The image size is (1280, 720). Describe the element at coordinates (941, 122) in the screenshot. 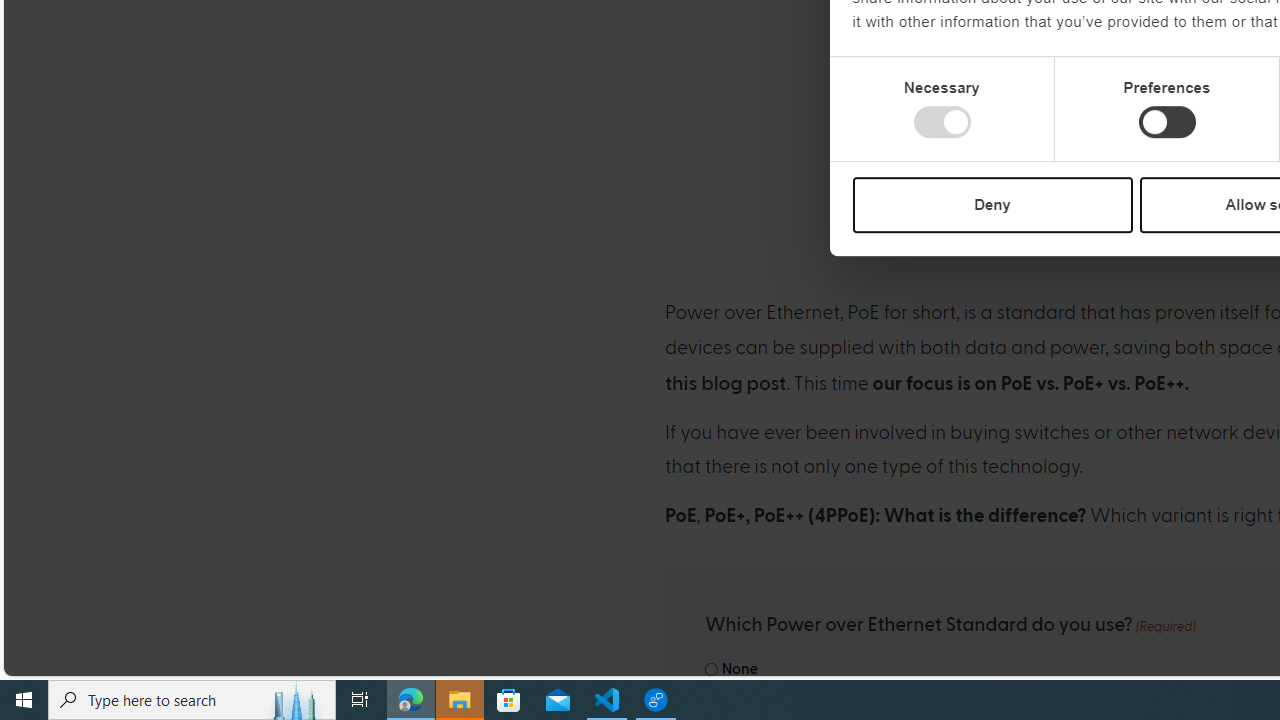

I see `'Necessary'` at that location.